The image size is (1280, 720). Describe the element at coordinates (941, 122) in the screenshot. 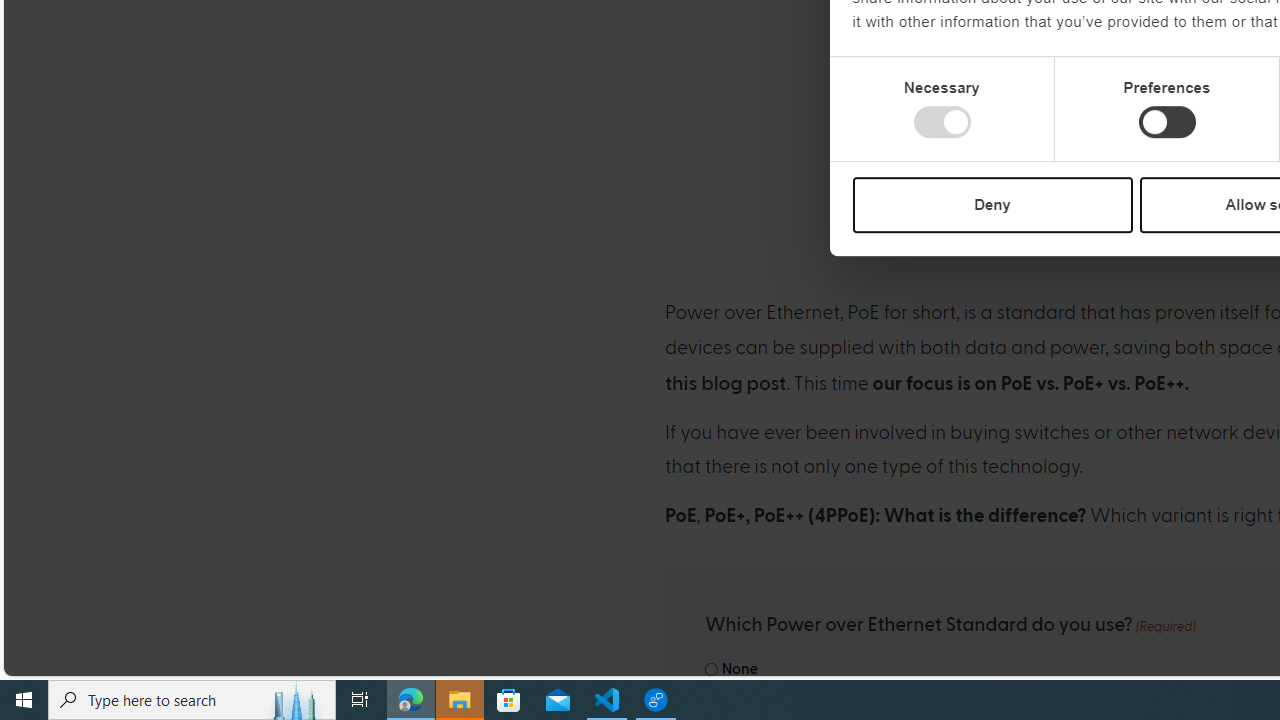

I see `'Necessary'` at that location.